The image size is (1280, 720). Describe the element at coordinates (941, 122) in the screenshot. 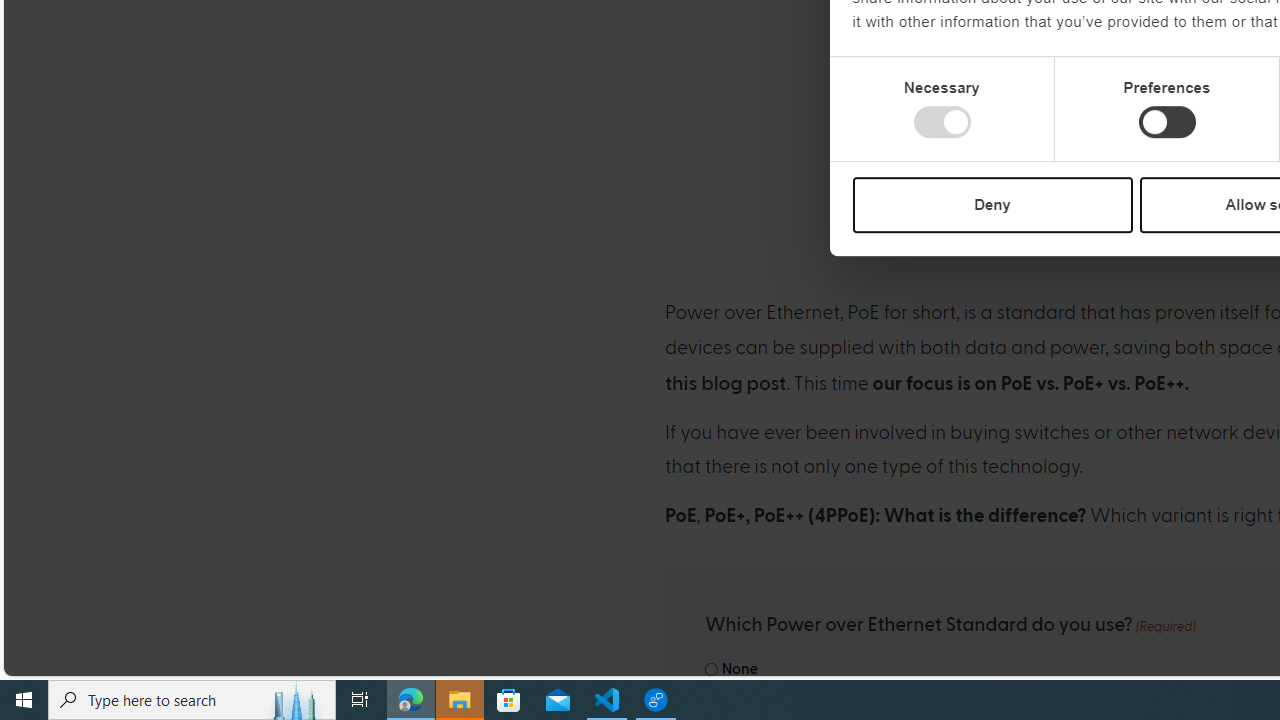

I see `'Necessary'` at that location.